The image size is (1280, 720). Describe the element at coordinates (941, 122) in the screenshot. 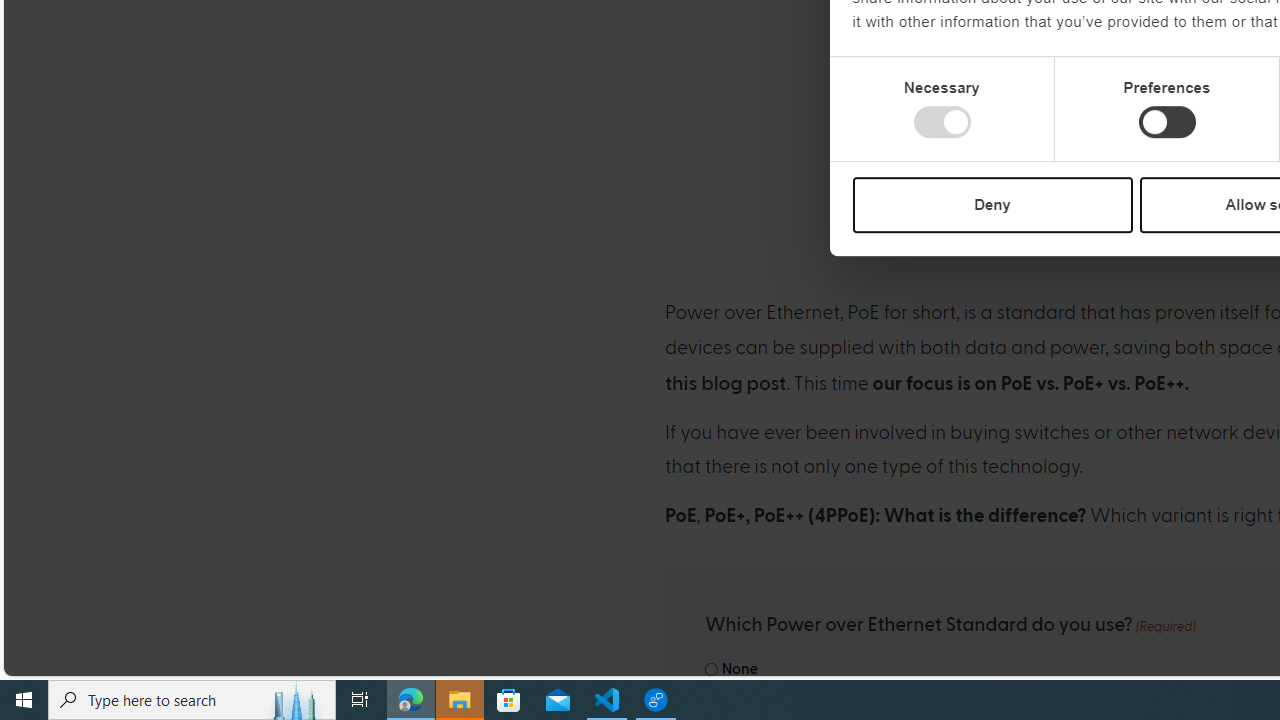

I see `'Necessary'` at that location.